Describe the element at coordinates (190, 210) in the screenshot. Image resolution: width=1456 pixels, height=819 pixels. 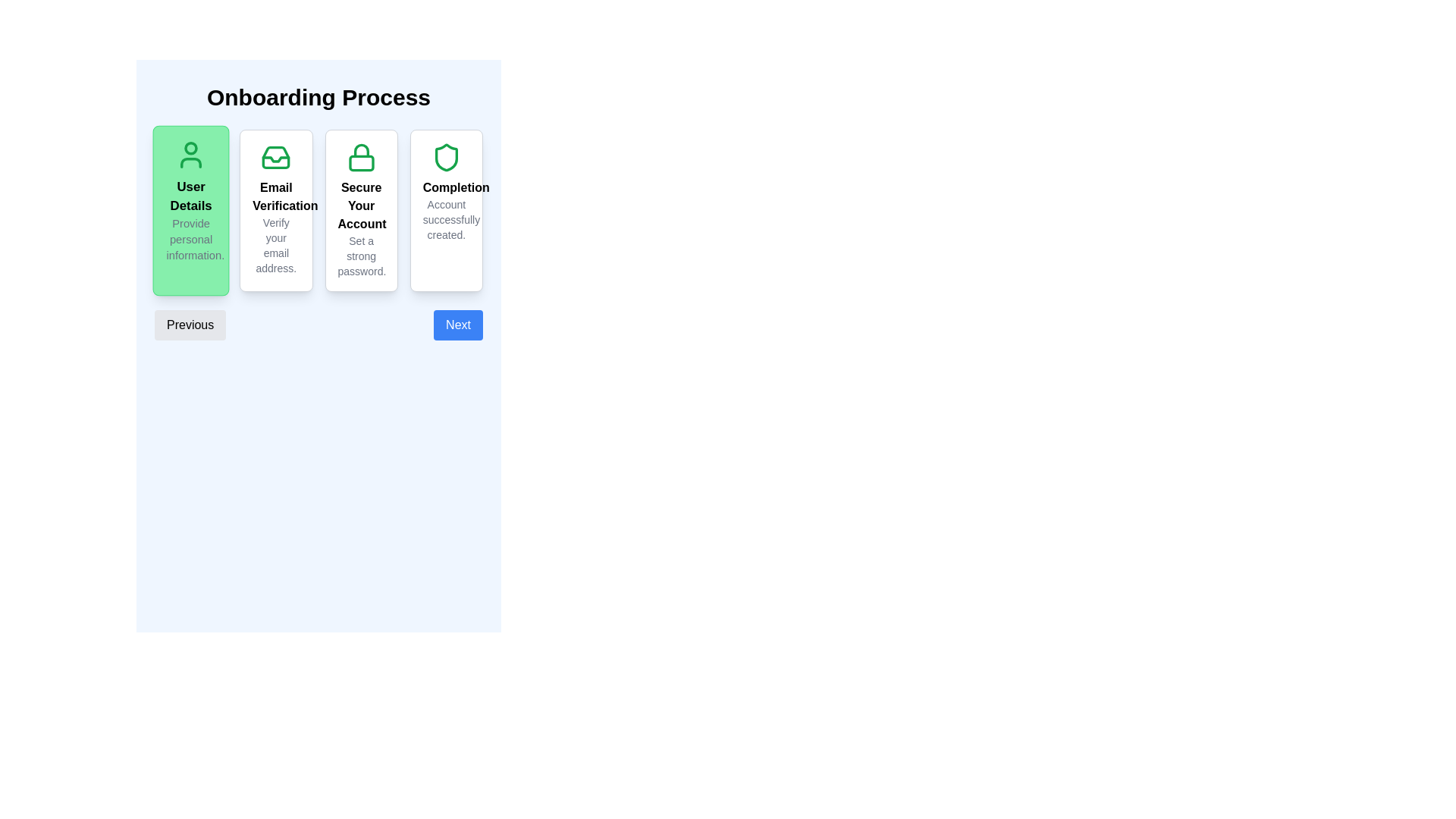
I see `information displayed on the 'User Details' informative card, which is the first card in the onboarding process grid layout` at that location.